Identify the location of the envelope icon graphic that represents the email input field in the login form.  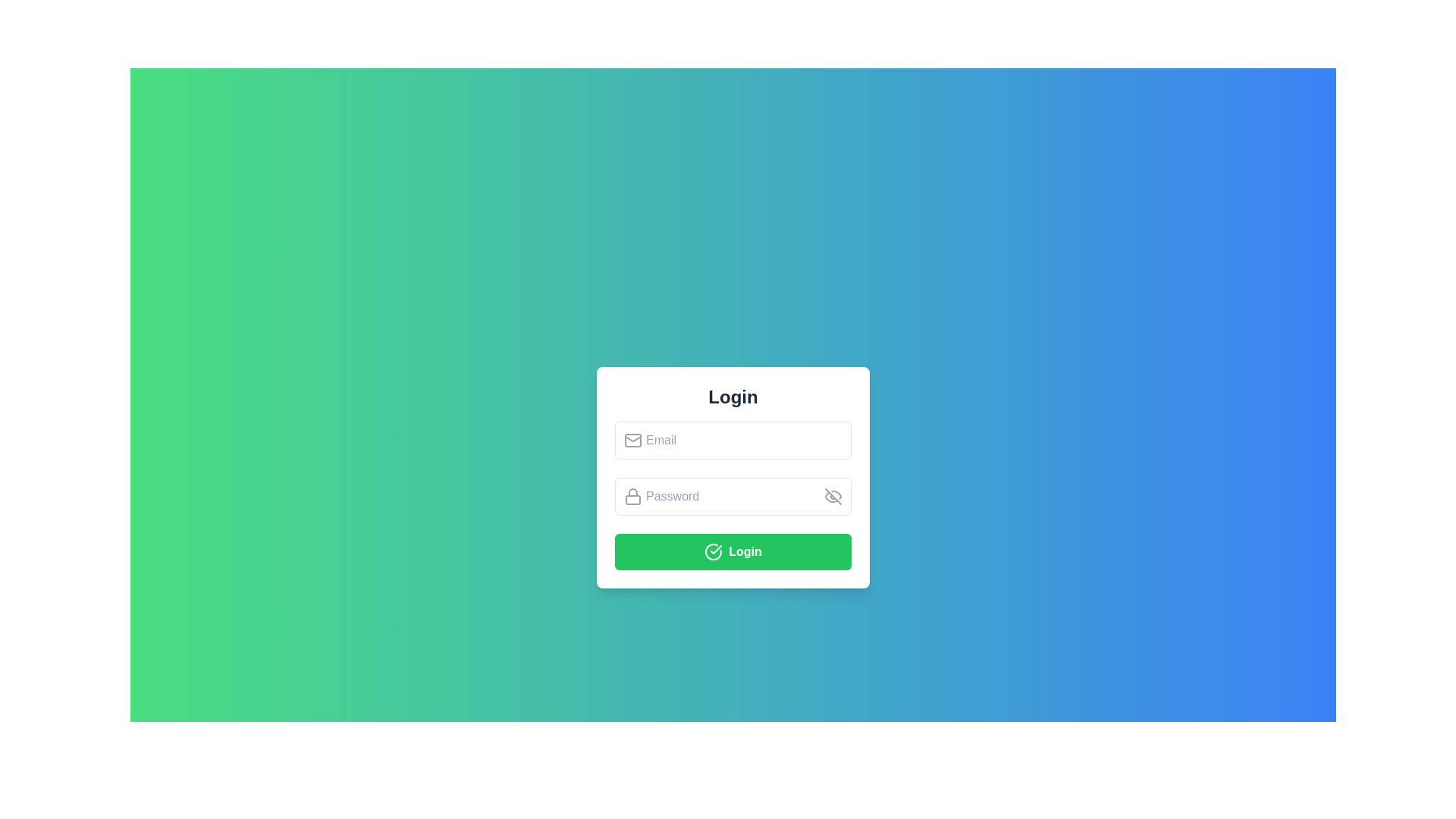
(633, 438).